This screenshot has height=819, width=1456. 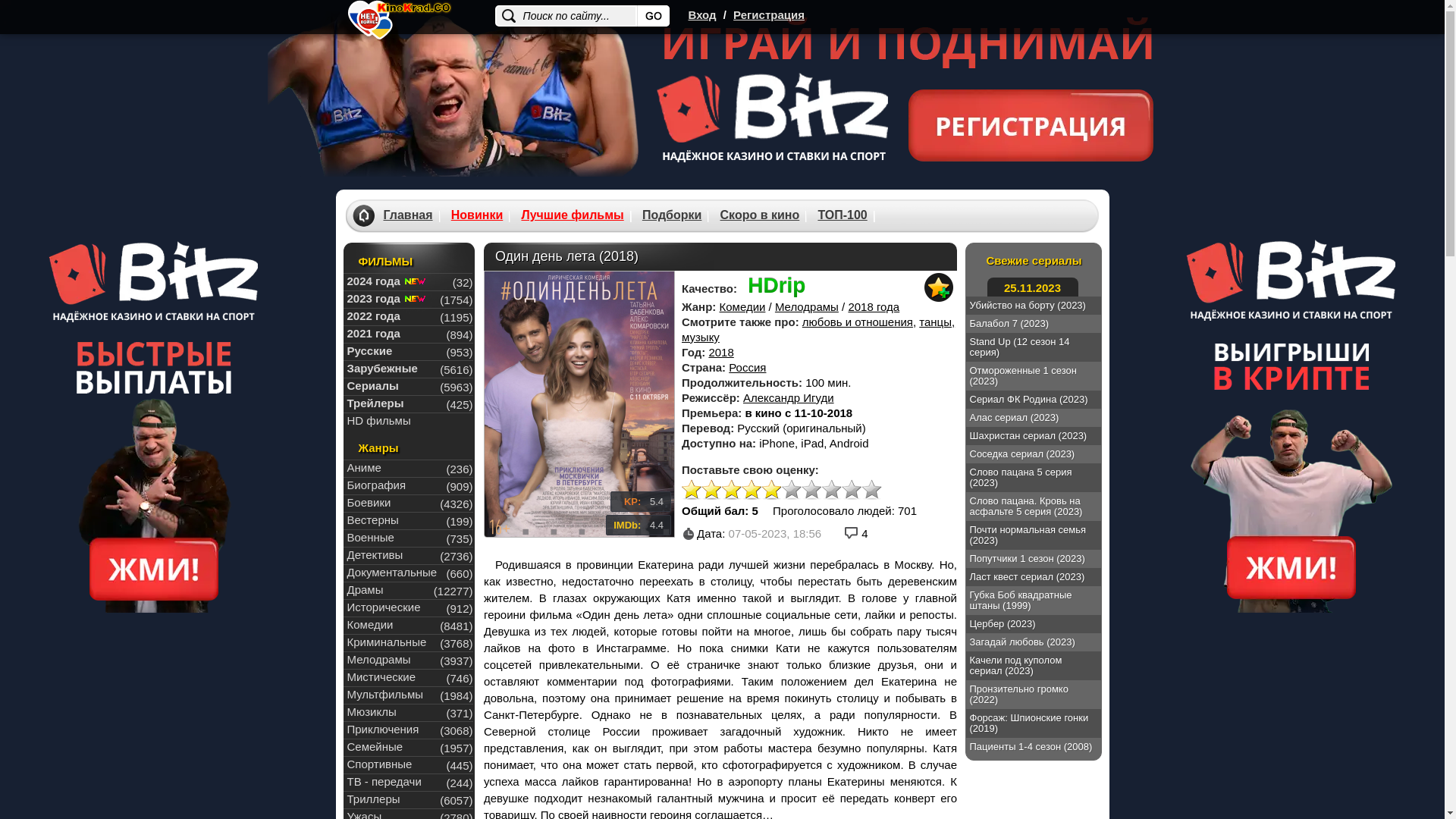 What do you see at coordinates (840, 489) in the screenshot?
I see `'9'` at bounding box center [840, 489].